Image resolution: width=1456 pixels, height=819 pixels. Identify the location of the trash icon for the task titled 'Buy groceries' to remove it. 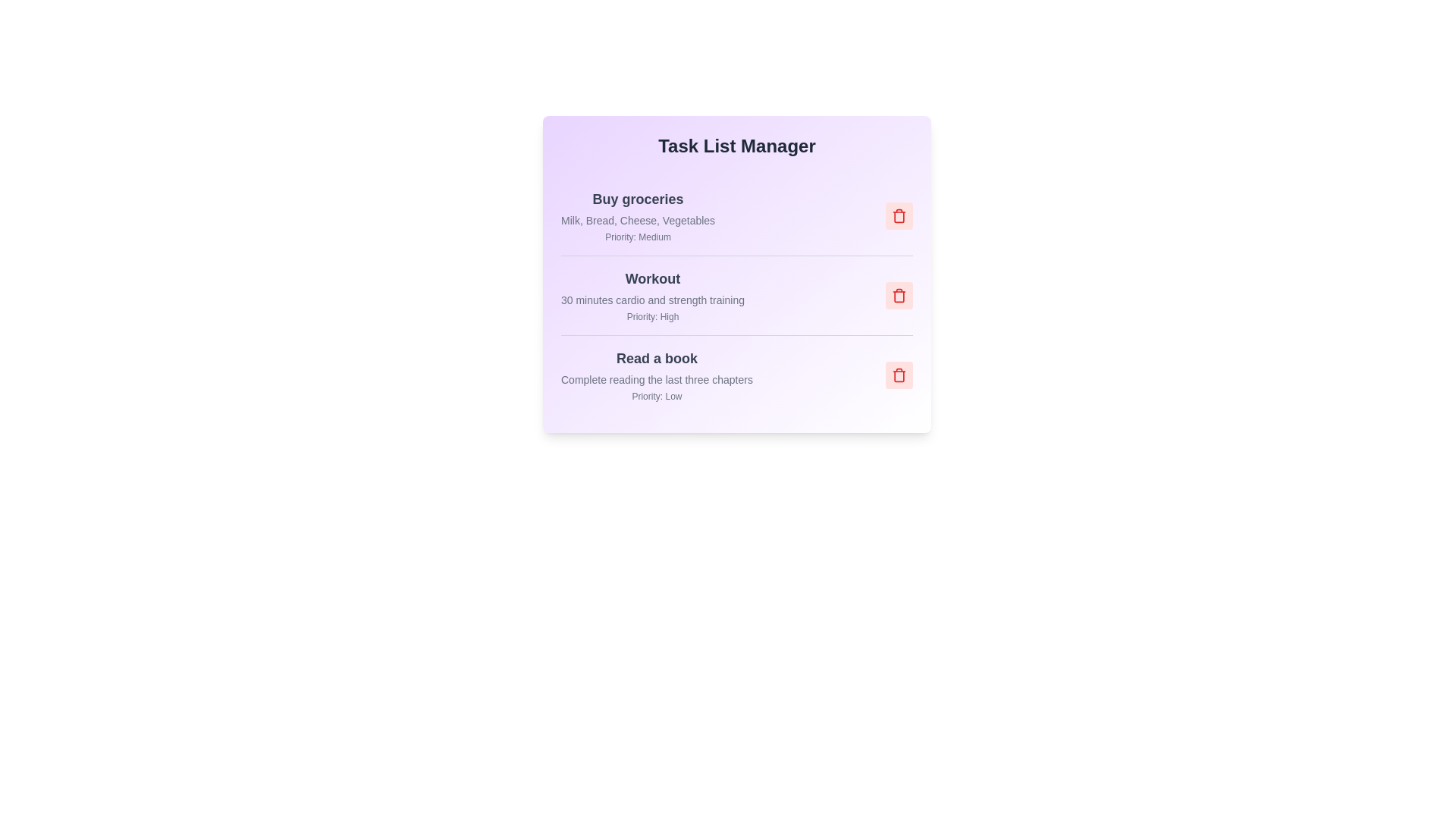
(899, 216).